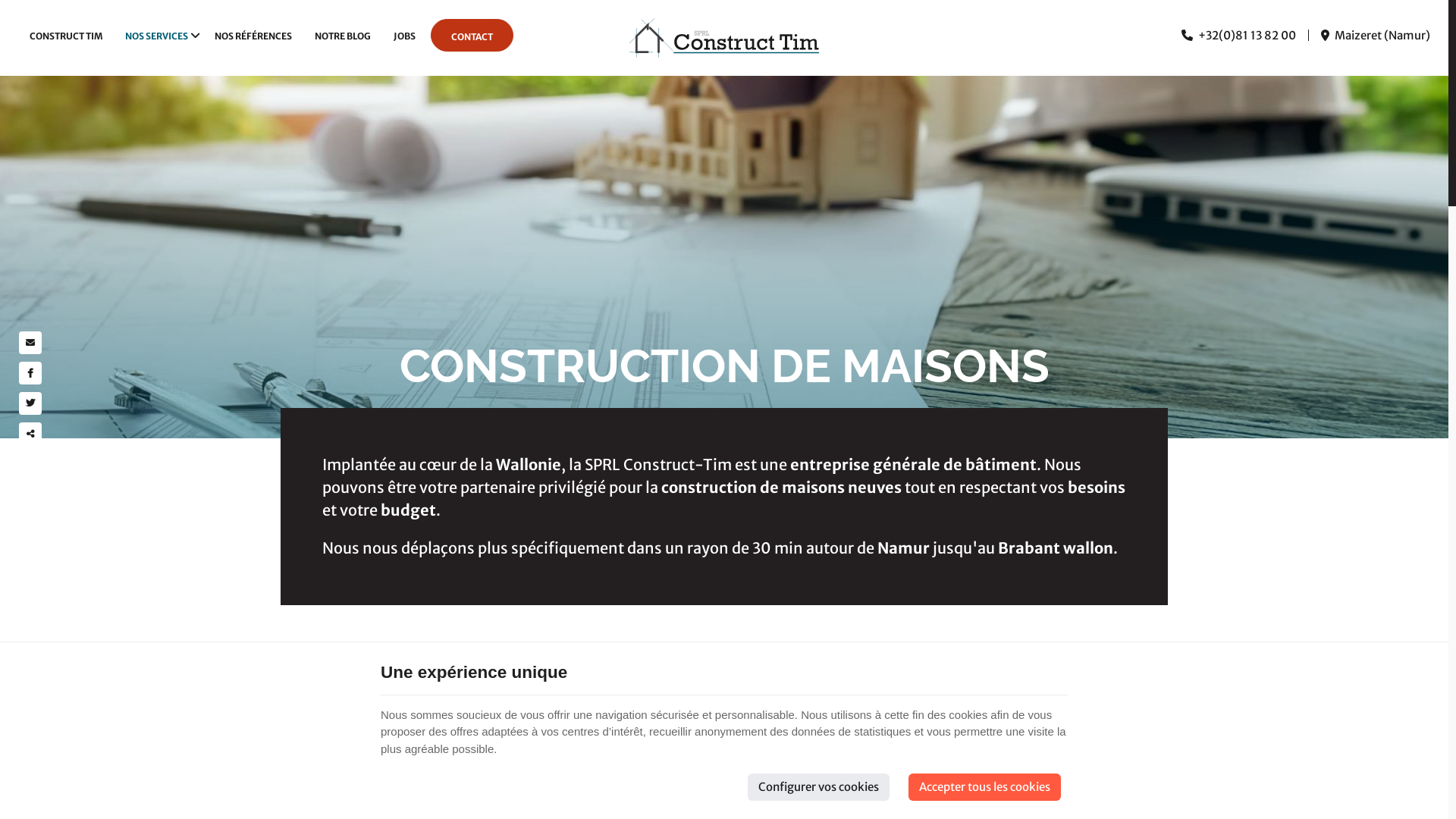  What do you see at coordinates (404, 35) in the screenshot?
I see `'JOBS'` at bounding box center [404, 35].